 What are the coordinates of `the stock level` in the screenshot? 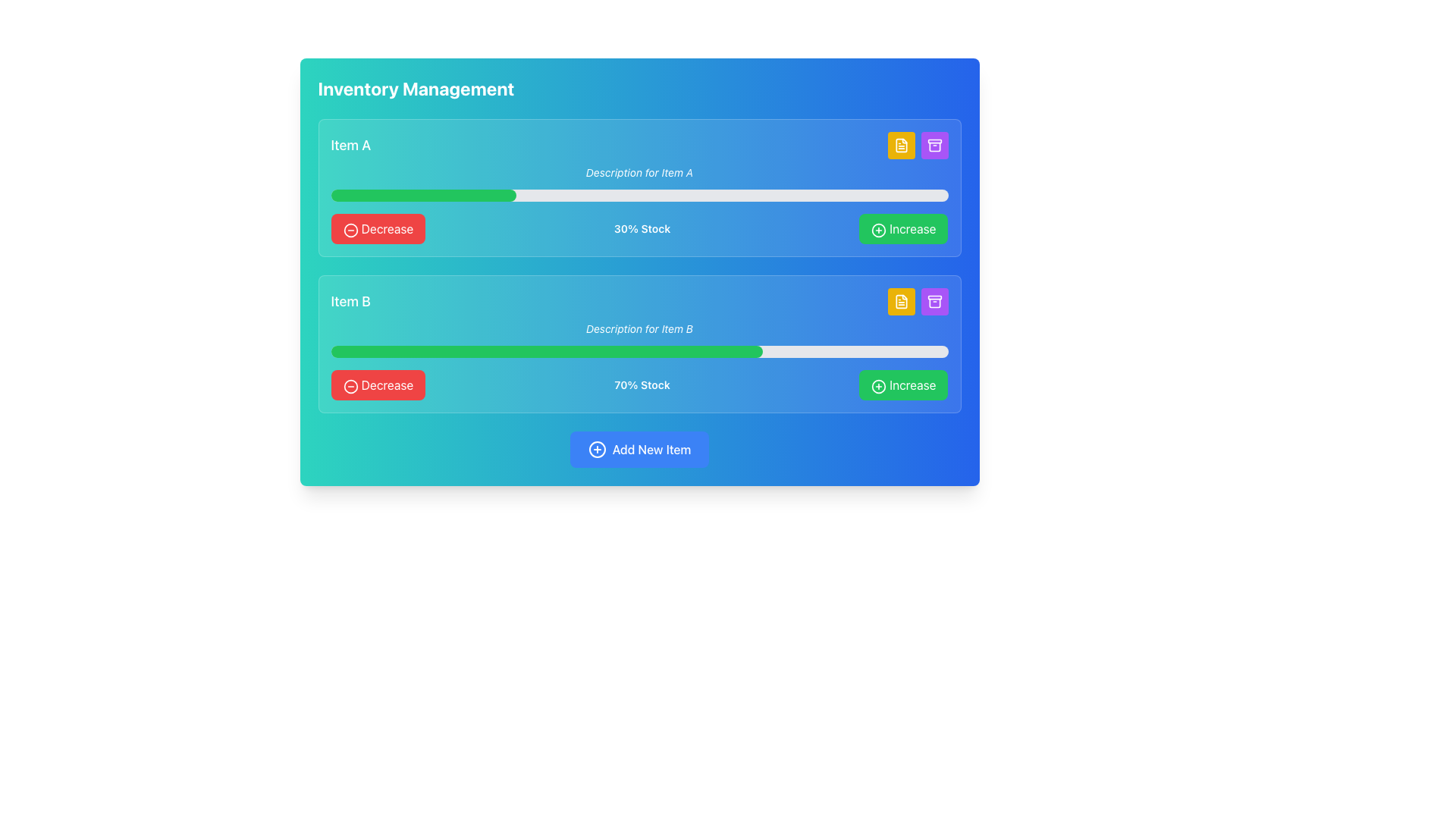 It's located at (392, 195).